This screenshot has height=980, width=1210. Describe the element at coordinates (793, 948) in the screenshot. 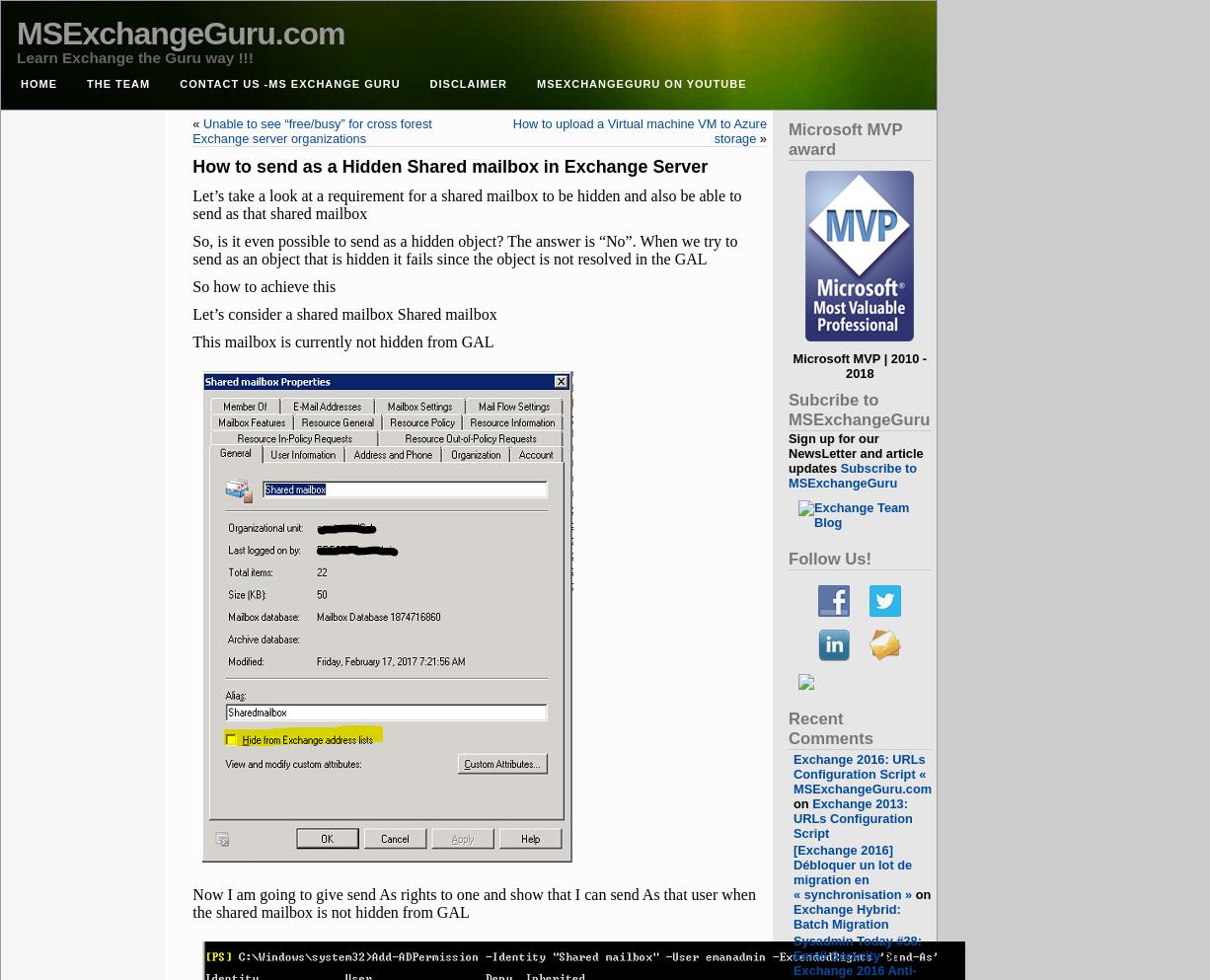

I see `'Sysadmin Today #38: Email Security'` at that location.